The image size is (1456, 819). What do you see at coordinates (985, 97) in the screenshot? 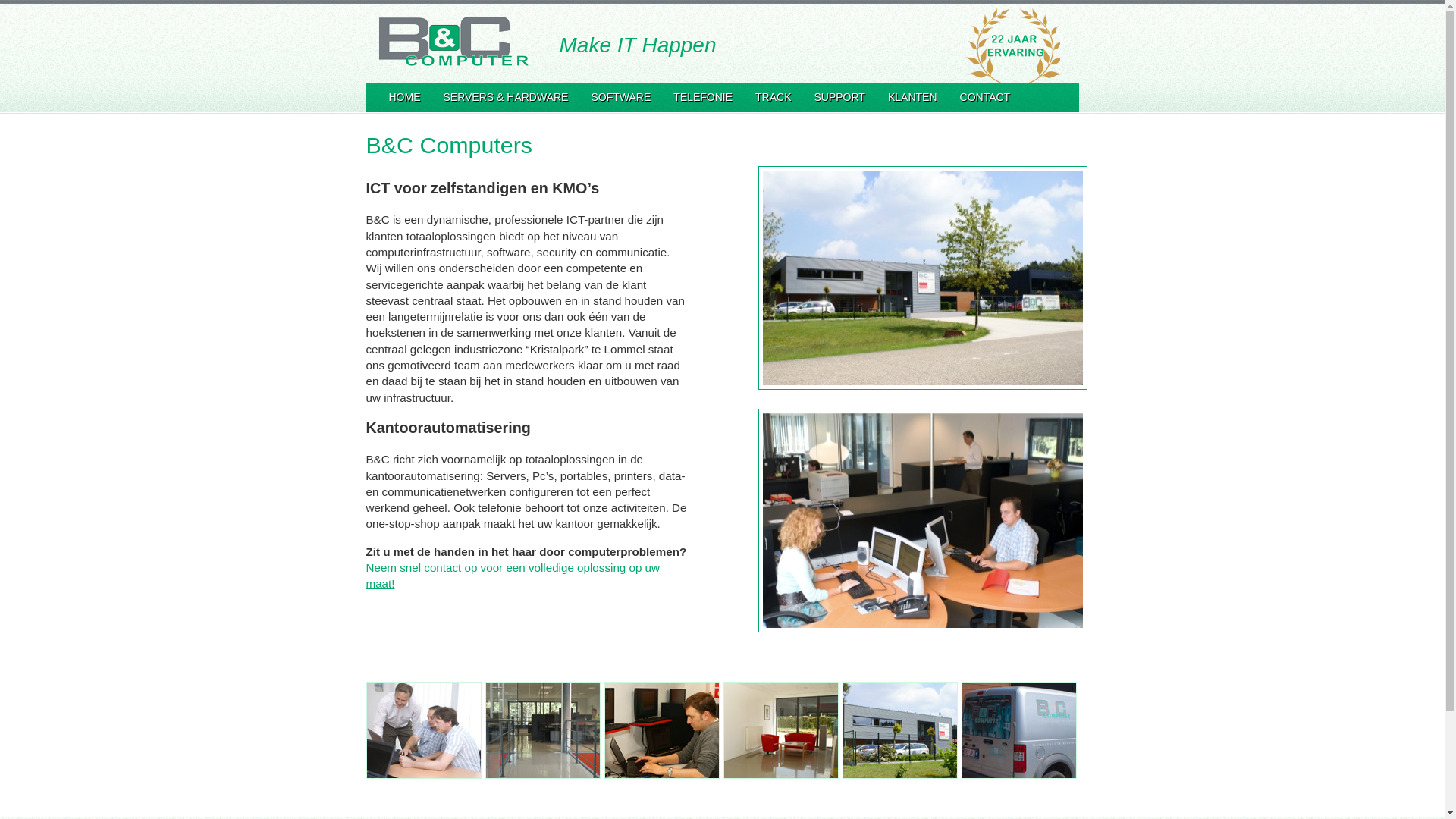
I see `'CONTACT'` at bounding box center [985, 97].